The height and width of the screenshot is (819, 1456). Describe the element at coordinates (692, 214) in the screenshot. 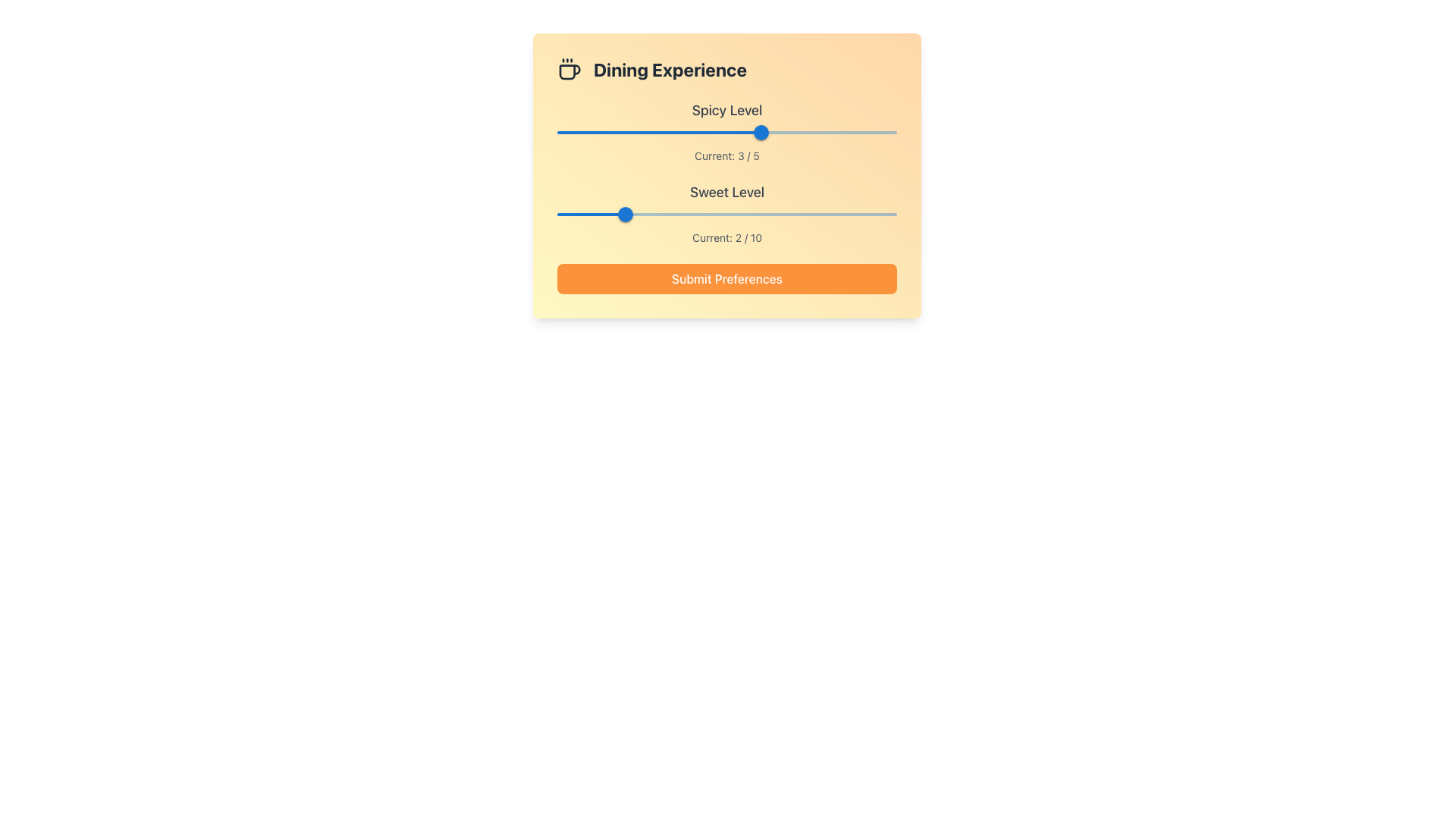

I see `the sweet level` at that location.